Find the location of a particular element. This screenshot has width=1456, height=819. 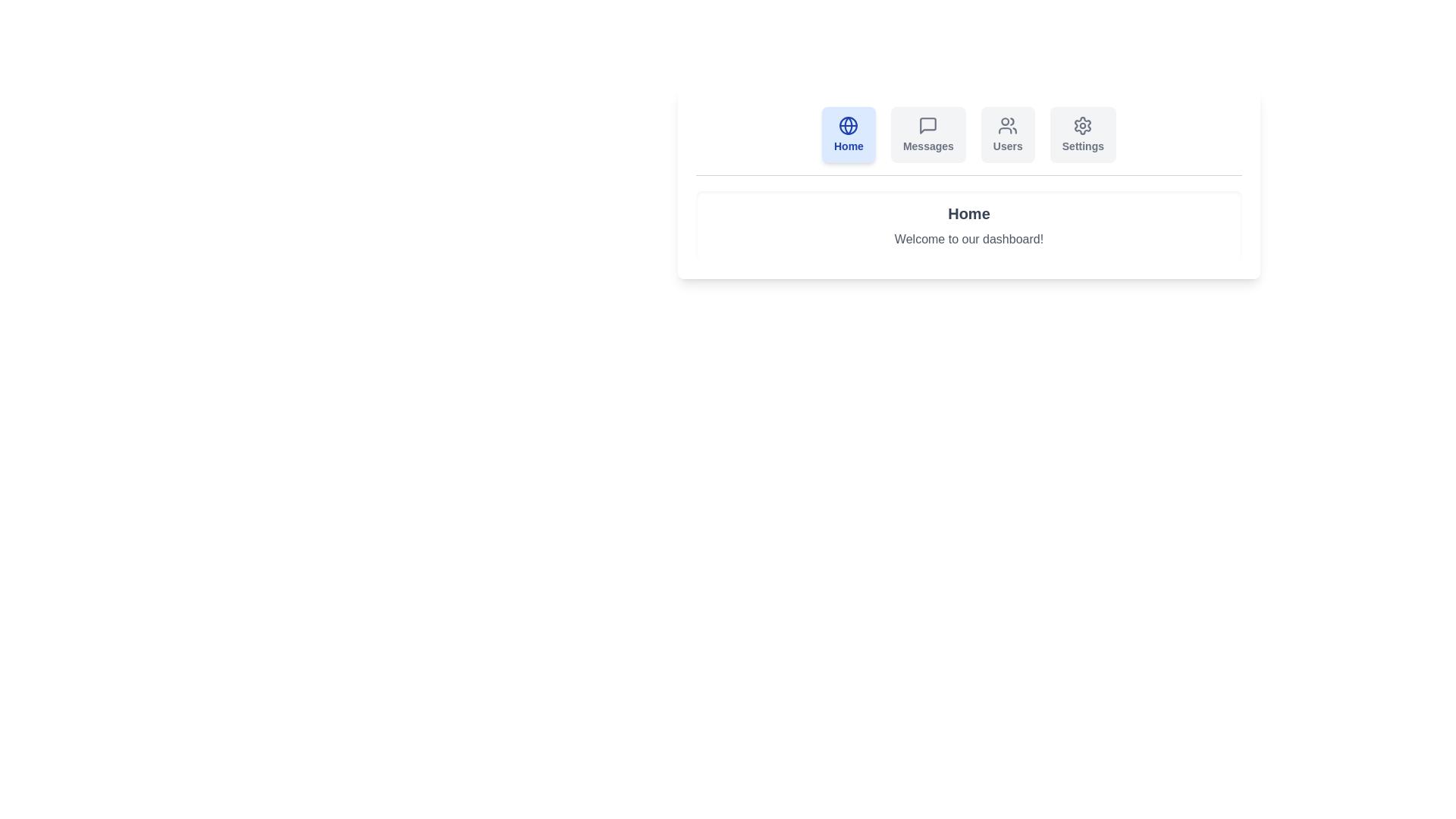

the tab labeled Home to observe its hover effect is located at coordinates (848, 133).